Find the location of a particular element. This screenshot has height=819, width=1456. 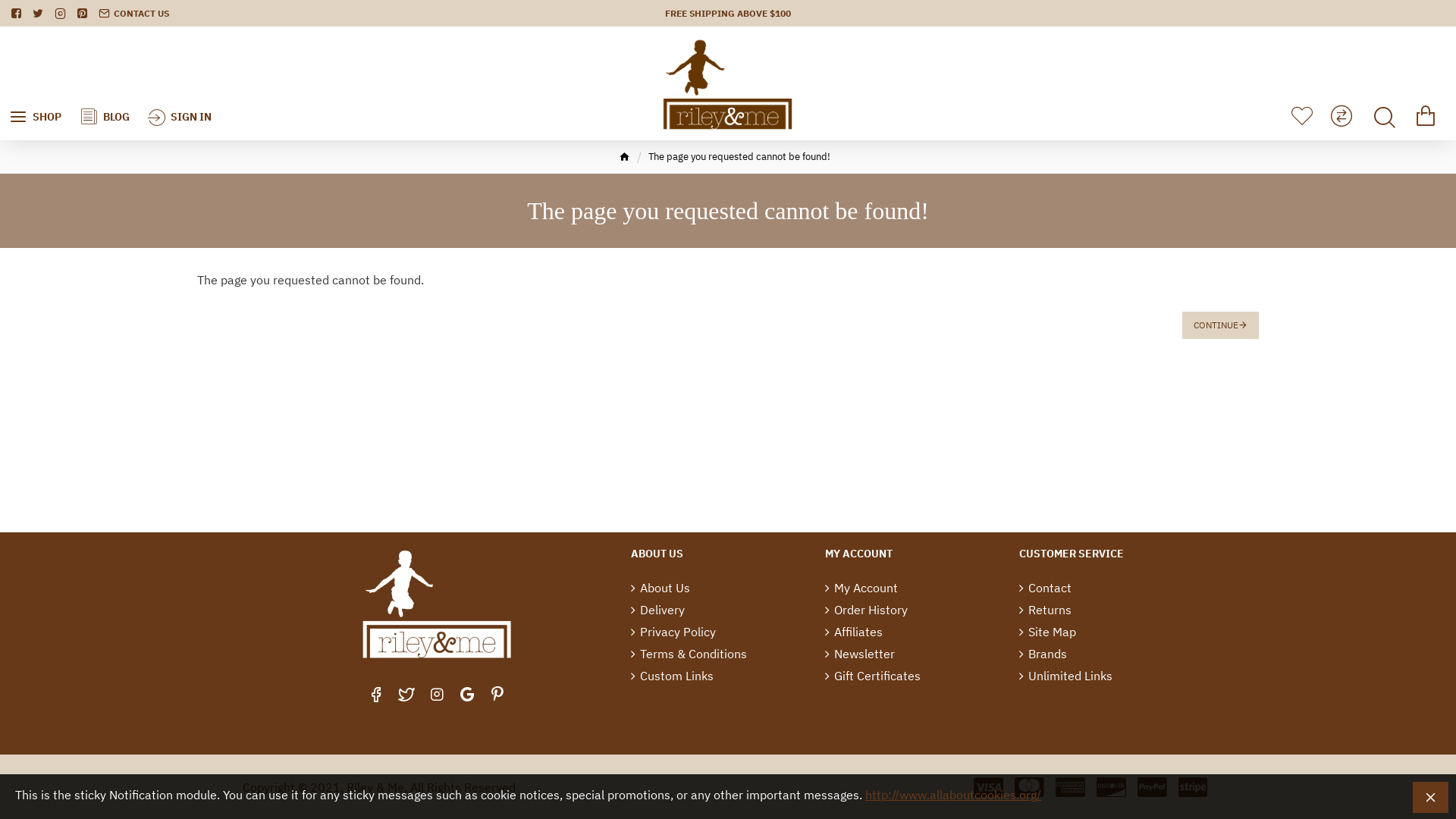

'The page you requested cannot be found!' is located at coordinates (739, 157).